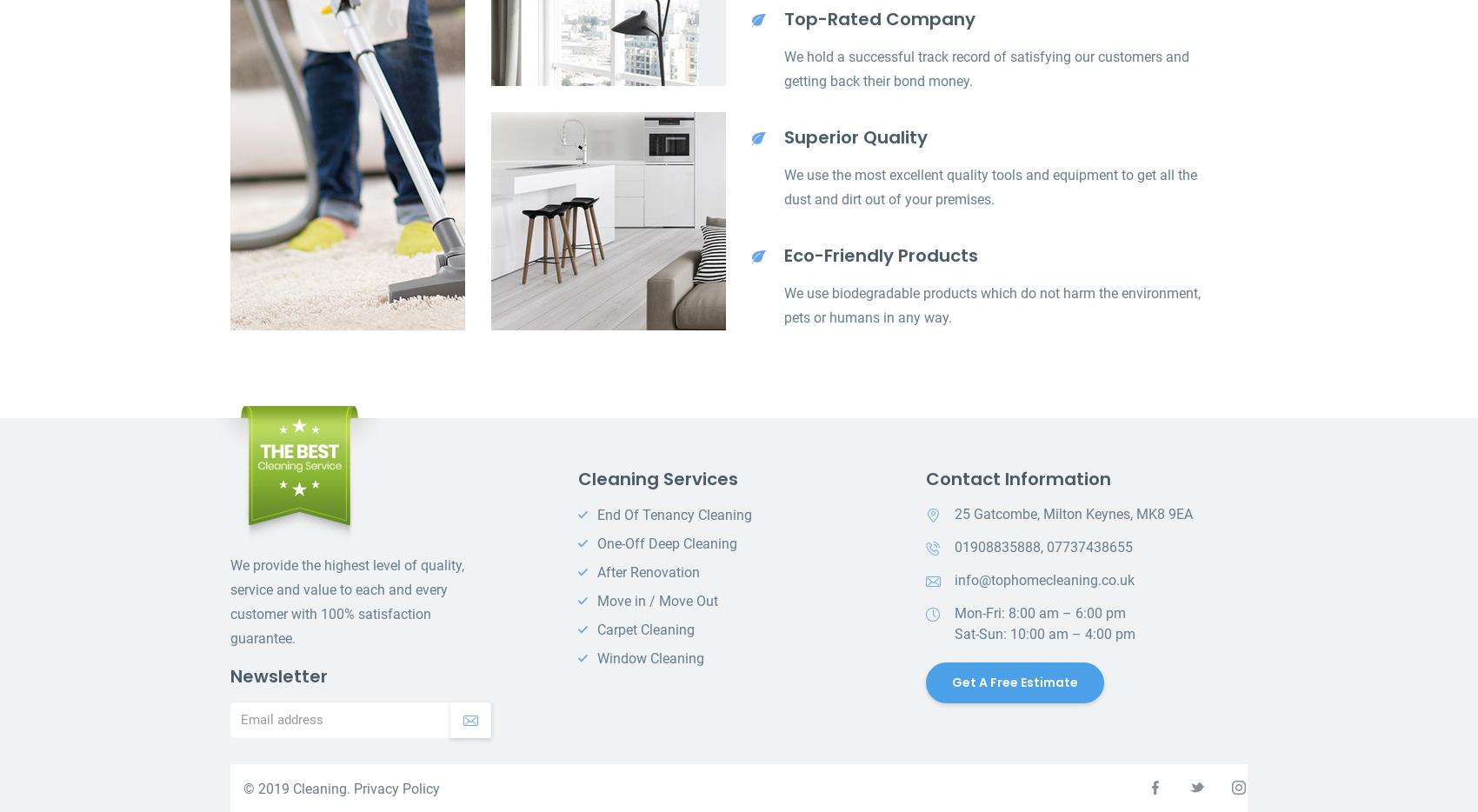 Image resolution: width=1478 pixels, height=812 pixels. What do you see at coordinates (646, 629) in the screenshot?
I see `'Carpet Cleaning'` at bounding box center [646, 629].